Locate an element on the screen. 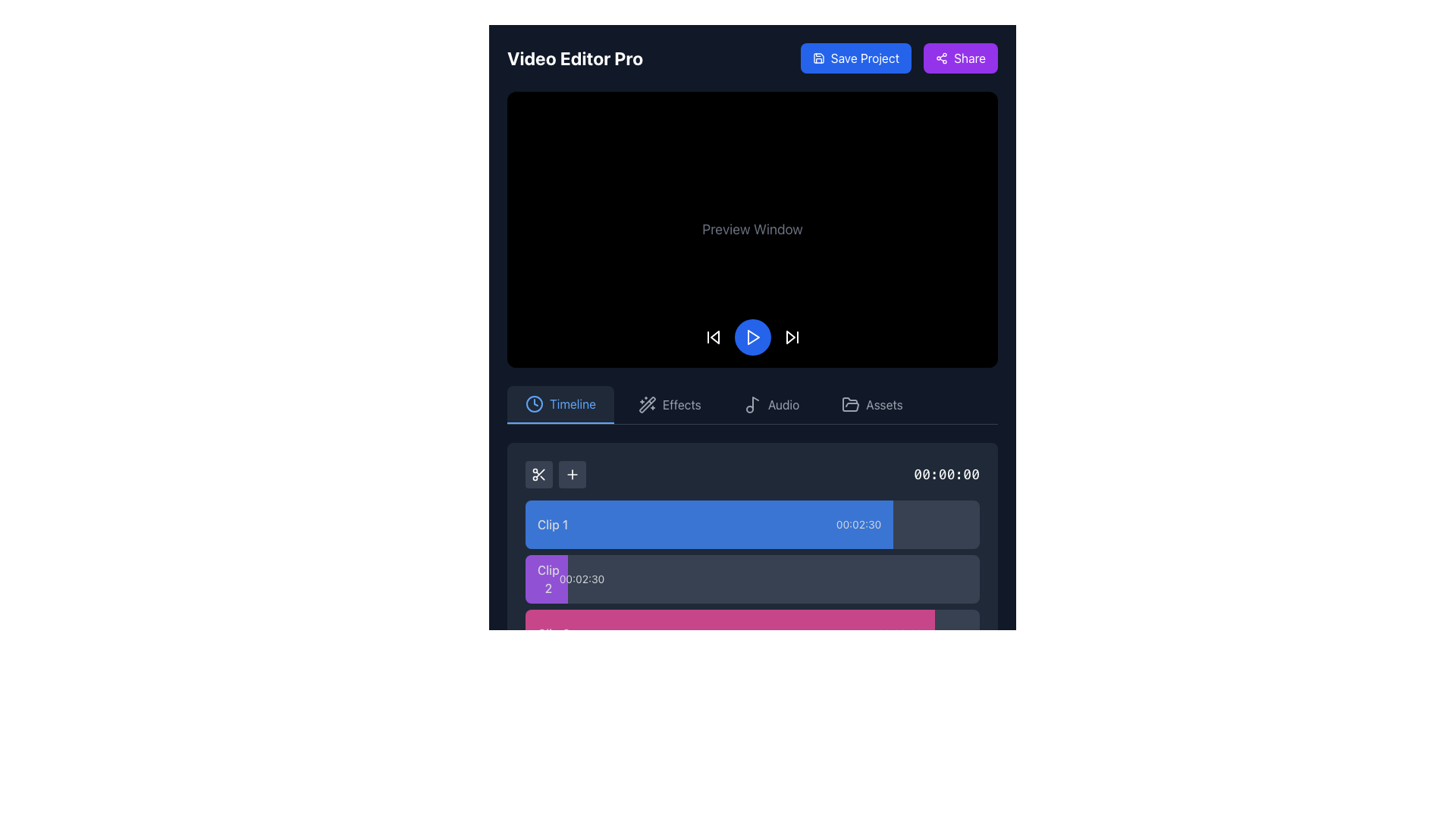  the save icon located in the upper right corner of the 'Save Project' button, which is blue and positioned next to the 'Share' button is located at coordinates (817, 58).